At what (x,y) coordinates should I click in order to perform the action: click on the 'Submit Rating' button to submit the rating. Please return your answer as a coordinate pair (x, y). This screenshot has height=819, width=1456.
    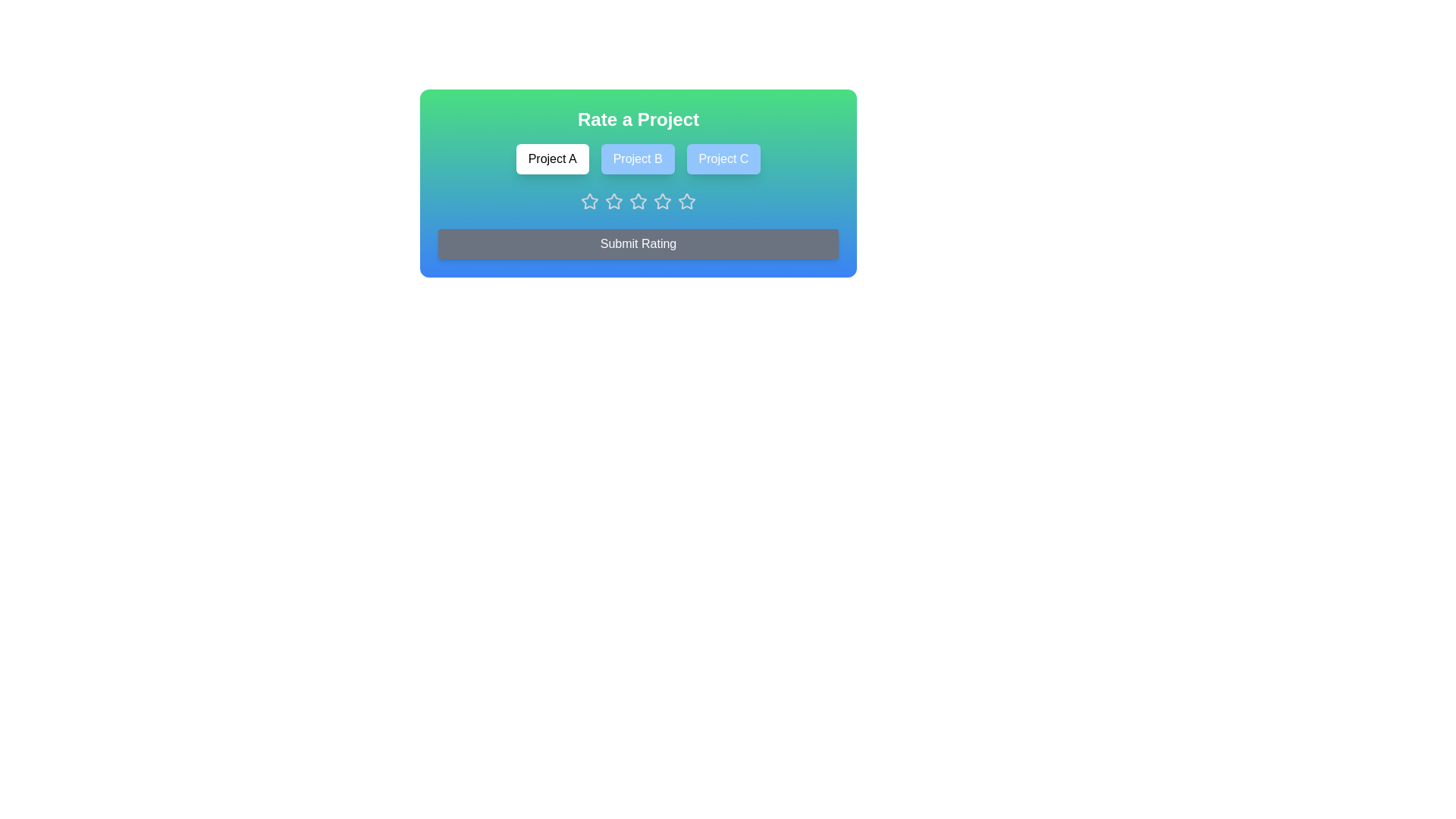
    Looking at the image, I should click on (638, 243).